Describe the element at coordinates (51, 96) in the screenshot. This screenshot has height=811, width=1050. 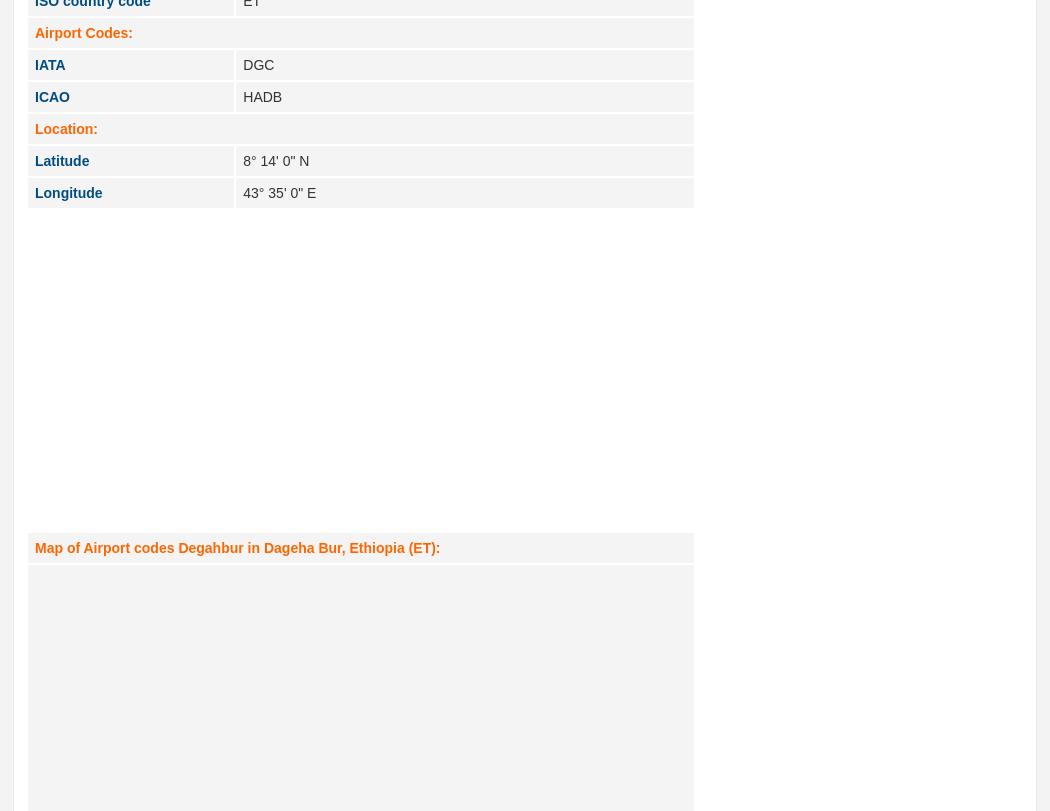
I see `'ICAO'` at that location.